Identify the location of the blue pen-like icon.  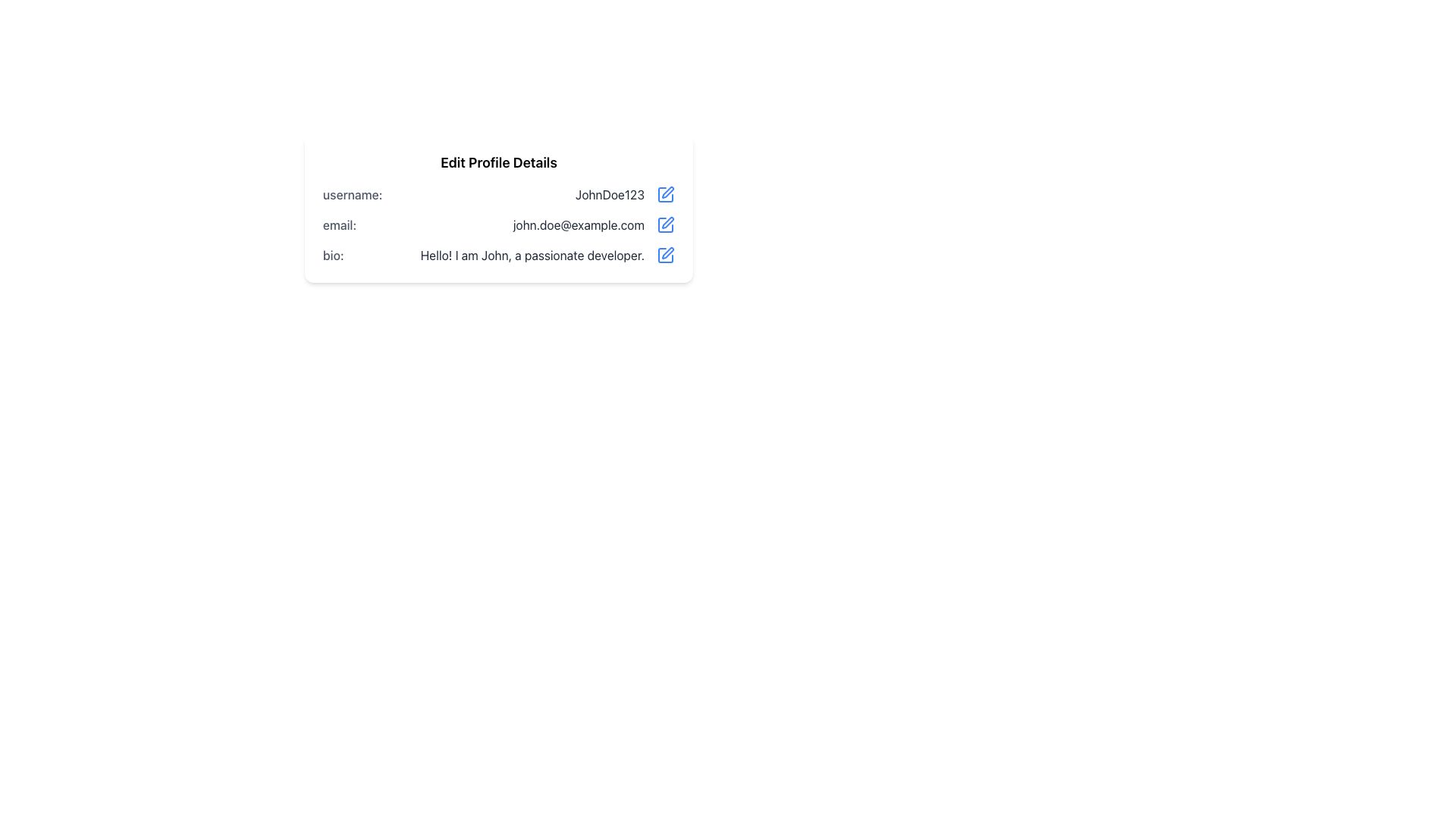
(667, 253).